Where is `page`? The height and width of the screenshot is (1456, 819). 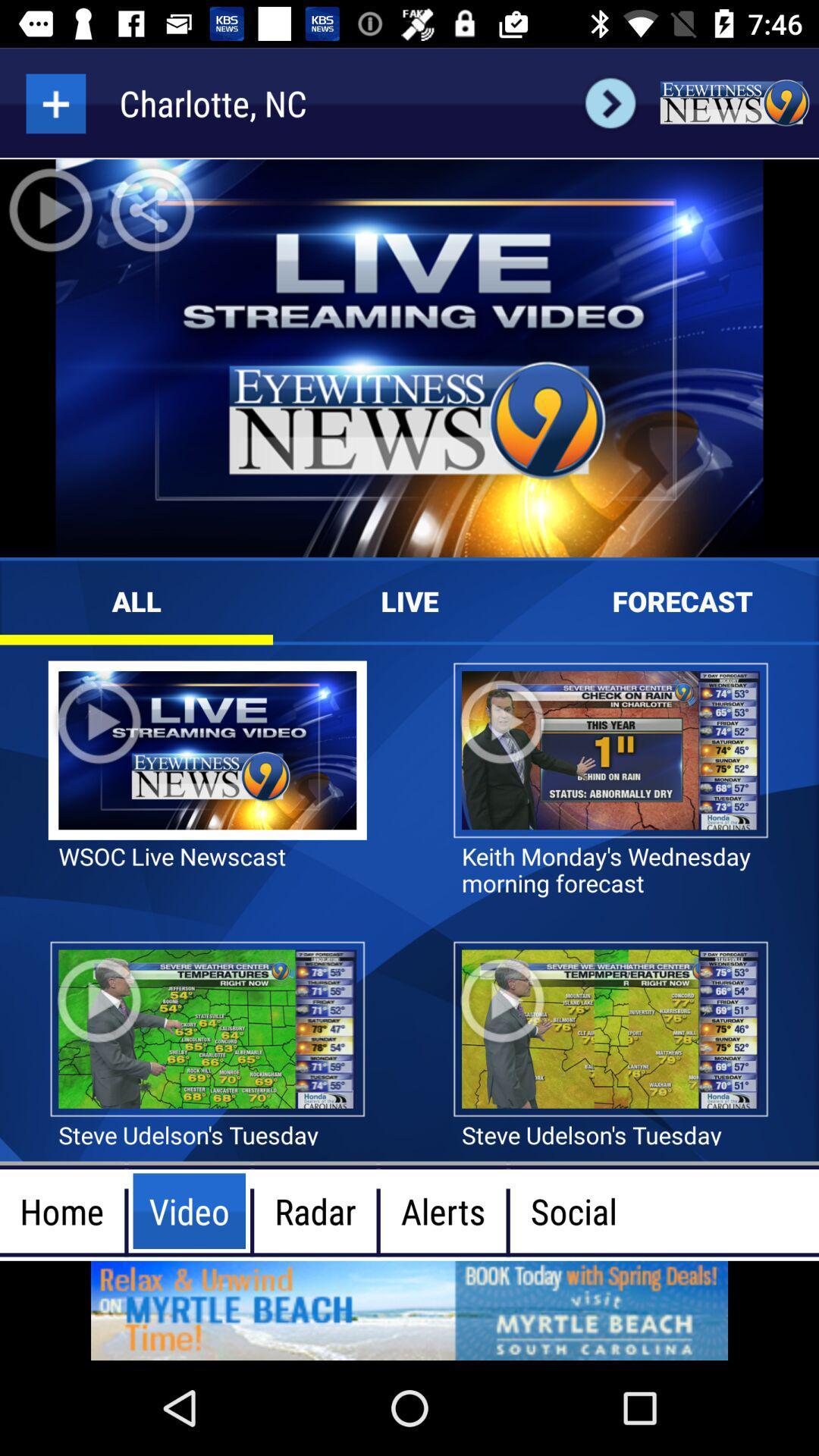 page is located at coordinates (55, 102).